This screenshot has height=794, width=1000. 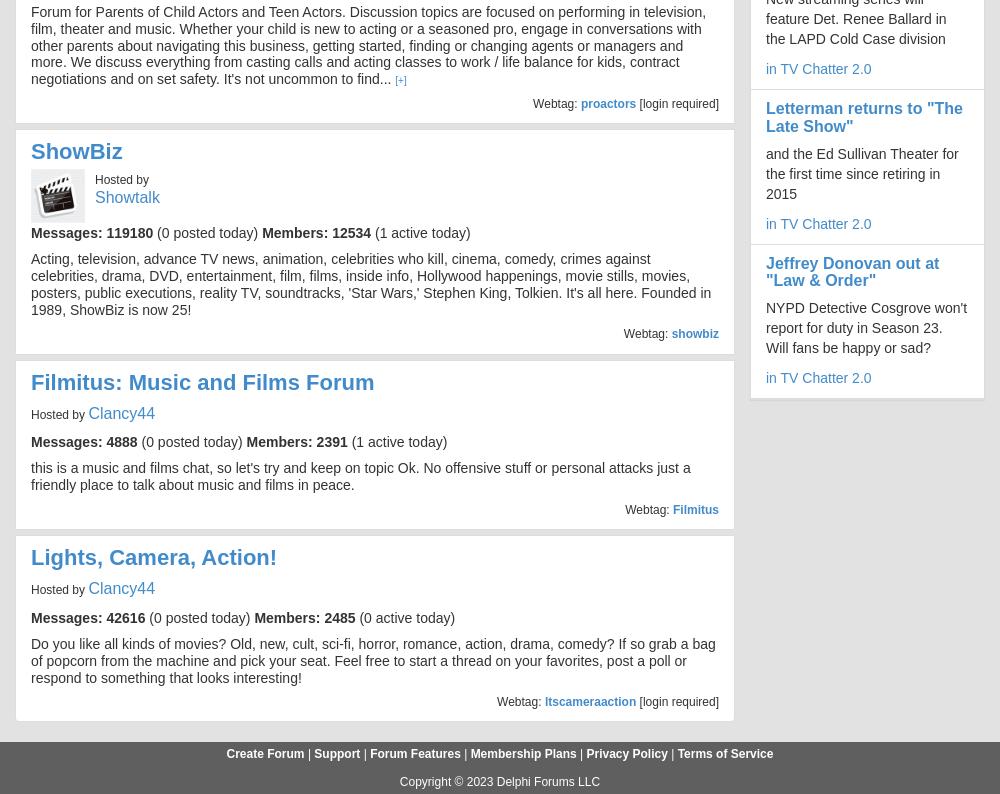 I want to click on 'NYPD Detective  Cosgrove won't report for duty in Season 23. Will fans be happy or sad?', so click(x=865, y=325).